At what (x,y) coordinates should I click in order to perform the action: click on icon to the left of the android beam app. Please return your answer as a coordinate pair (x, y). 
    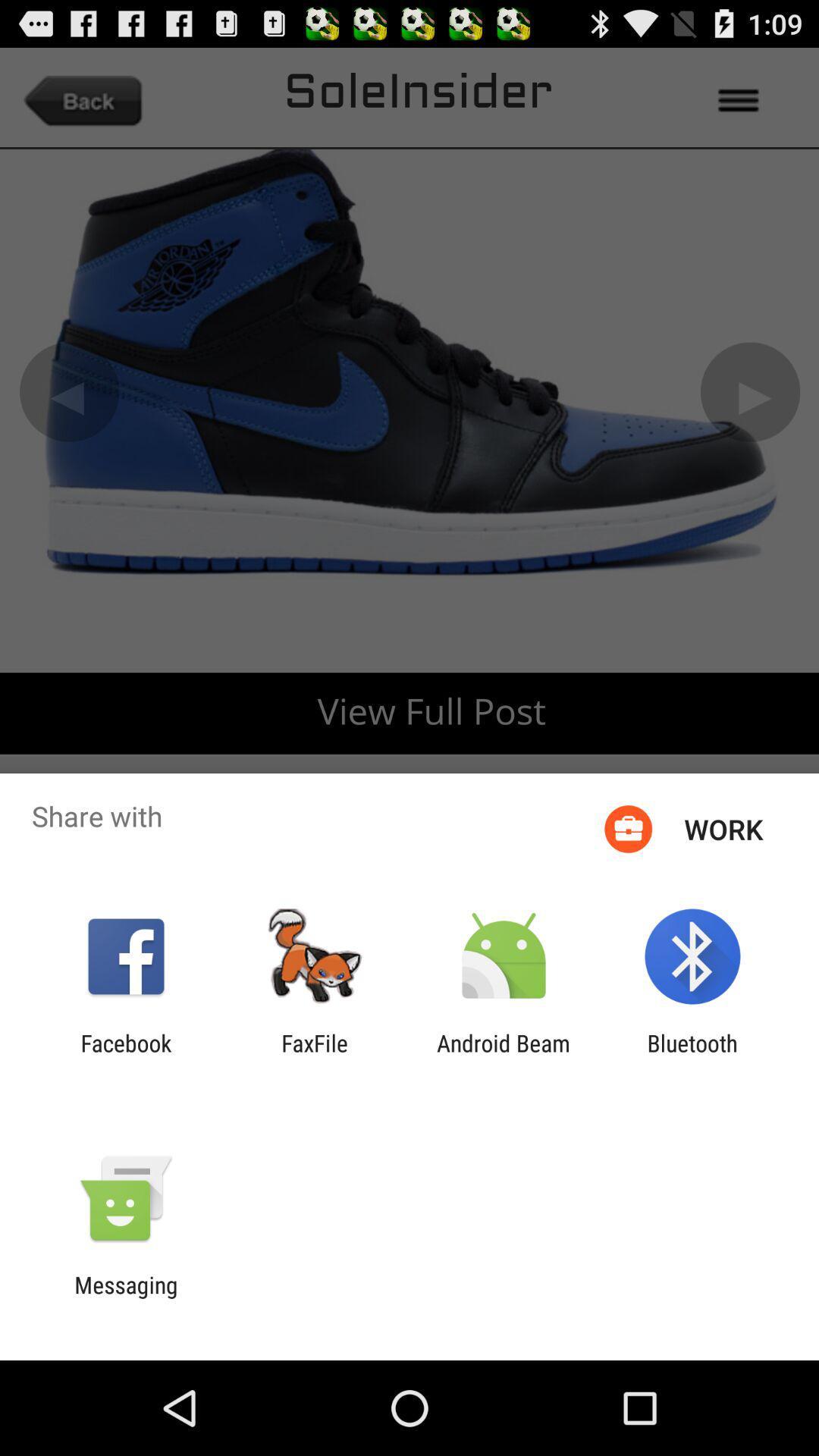
    Looking at the image, I should click on (314, 1056).